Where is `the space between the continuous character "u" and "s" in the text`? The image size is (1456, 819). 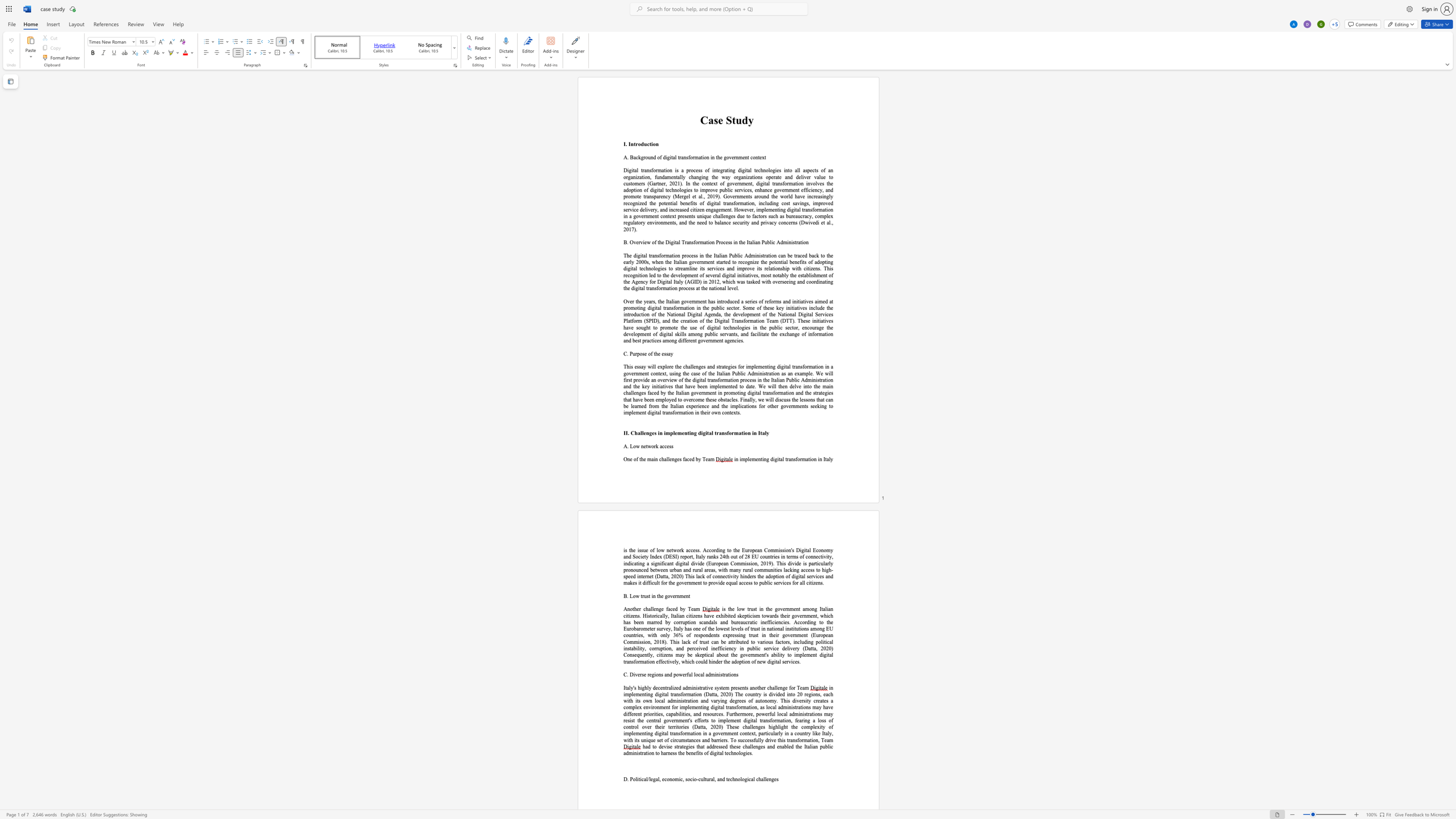
the space between the continuous character "u" and "s" in the text is located at coordinates (645, 596).